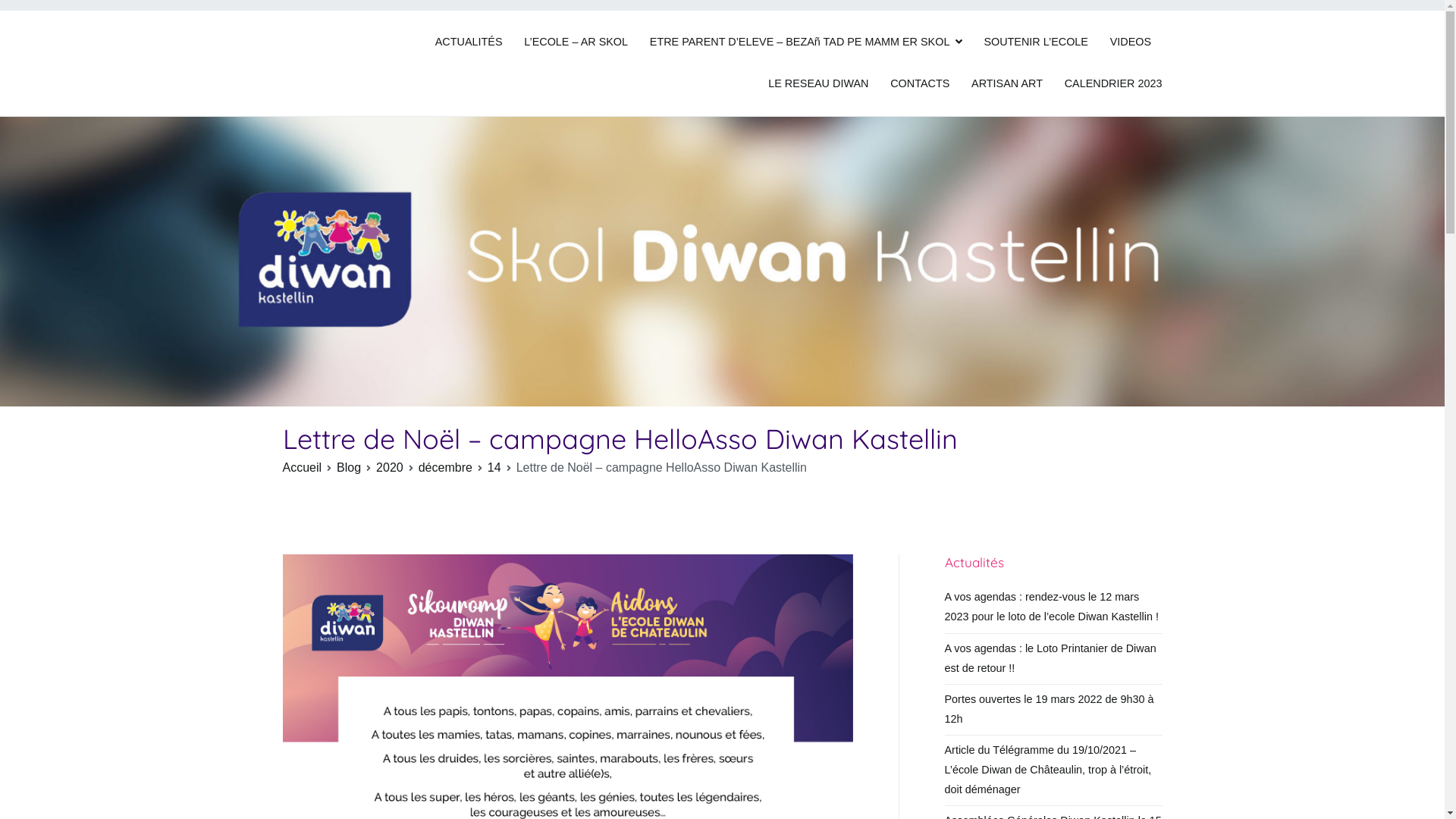 This screenshot has width=1456, height=819. I want to click on 'LE RESEAU DIWAN', so click(817, 84).